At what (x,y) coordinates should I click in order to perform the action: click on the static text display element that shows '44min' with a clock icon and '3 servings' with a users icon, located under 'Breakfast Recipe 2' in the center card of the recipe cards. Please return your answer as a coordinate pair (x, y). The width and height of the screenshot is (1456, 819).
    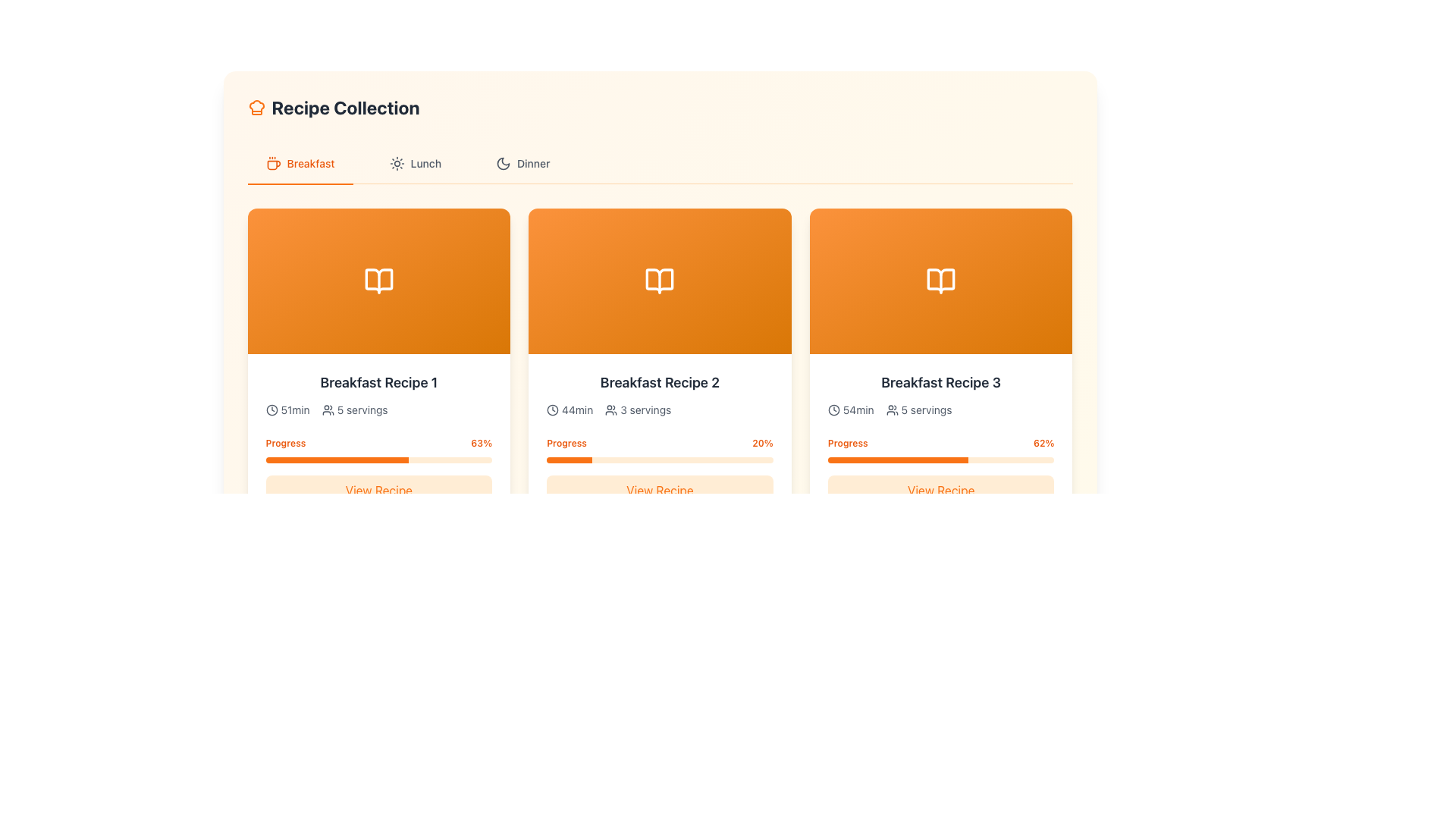
    Looking at the image, I should click on (660, 409).